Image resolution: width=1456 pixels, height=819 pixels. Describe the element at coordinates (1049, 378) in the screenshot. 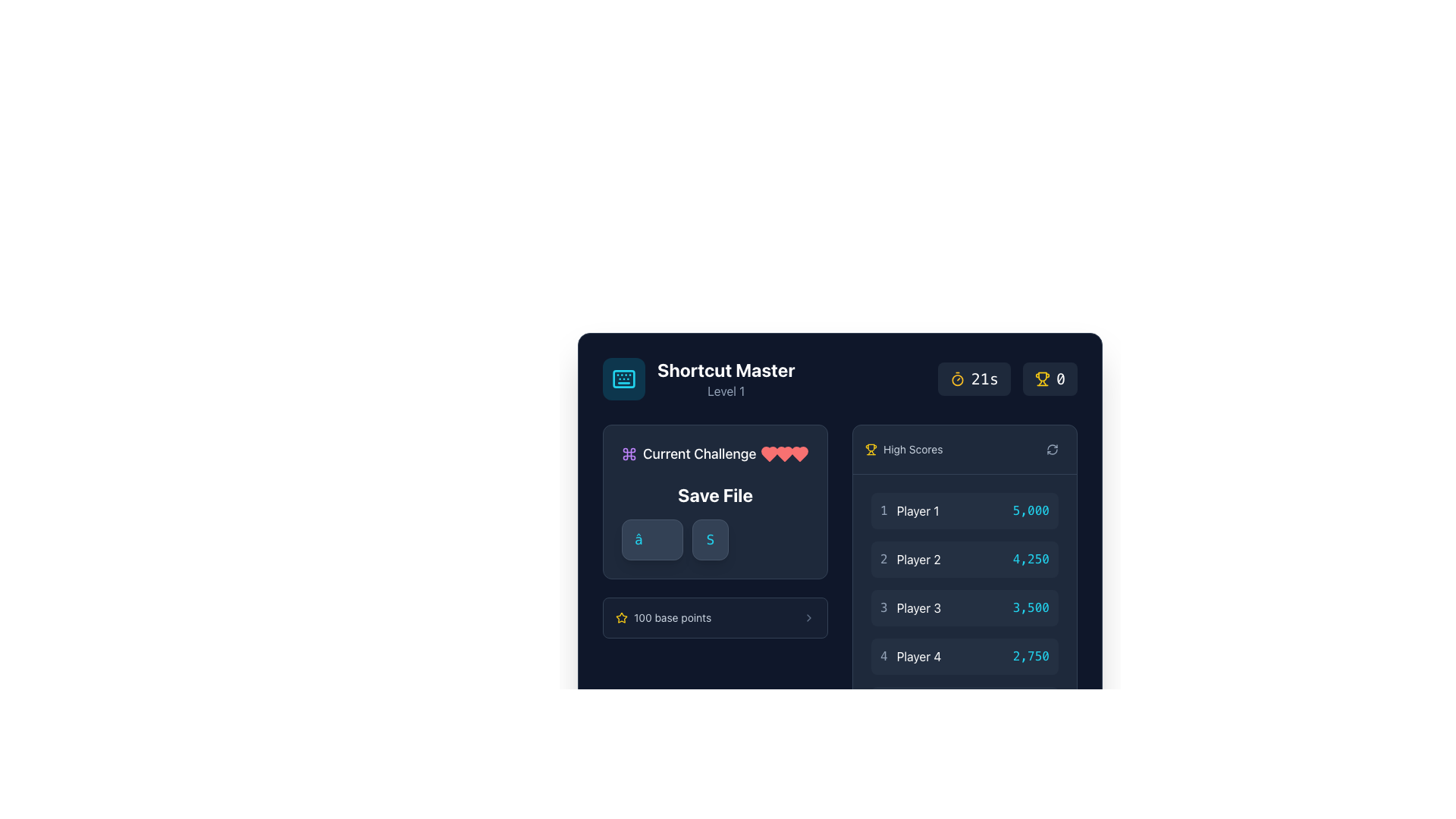

I see `the value displayed on the Badge with a dark slate background, yellow trophy icon, and white number '0' in a mono-spaced font located in the top-right corner of the interface` at that location.